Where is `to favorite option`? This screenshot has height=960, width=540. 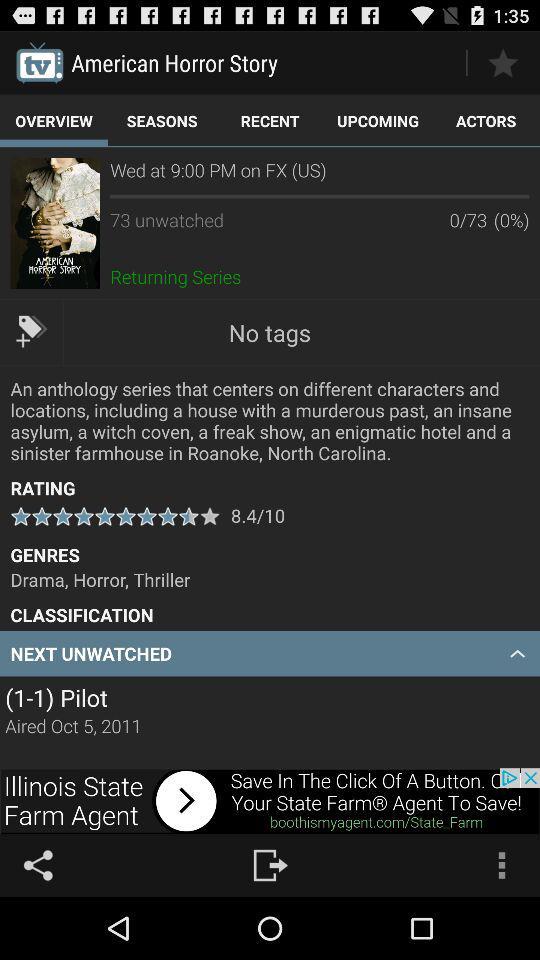
to favorite option is located at coordinates (502, 62).